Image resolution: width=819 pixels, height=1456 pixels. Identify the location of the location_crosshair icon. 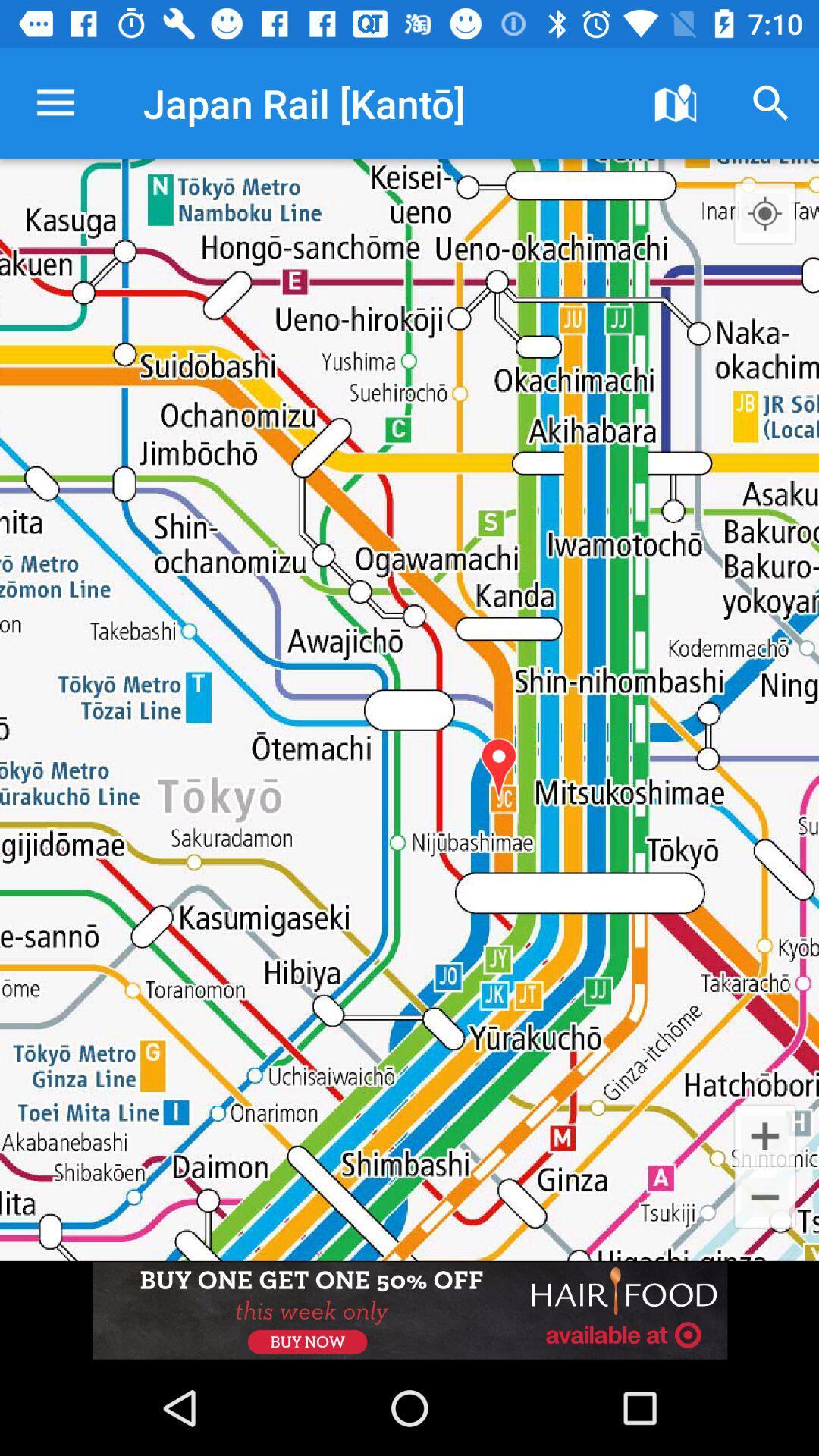
(764, 212).